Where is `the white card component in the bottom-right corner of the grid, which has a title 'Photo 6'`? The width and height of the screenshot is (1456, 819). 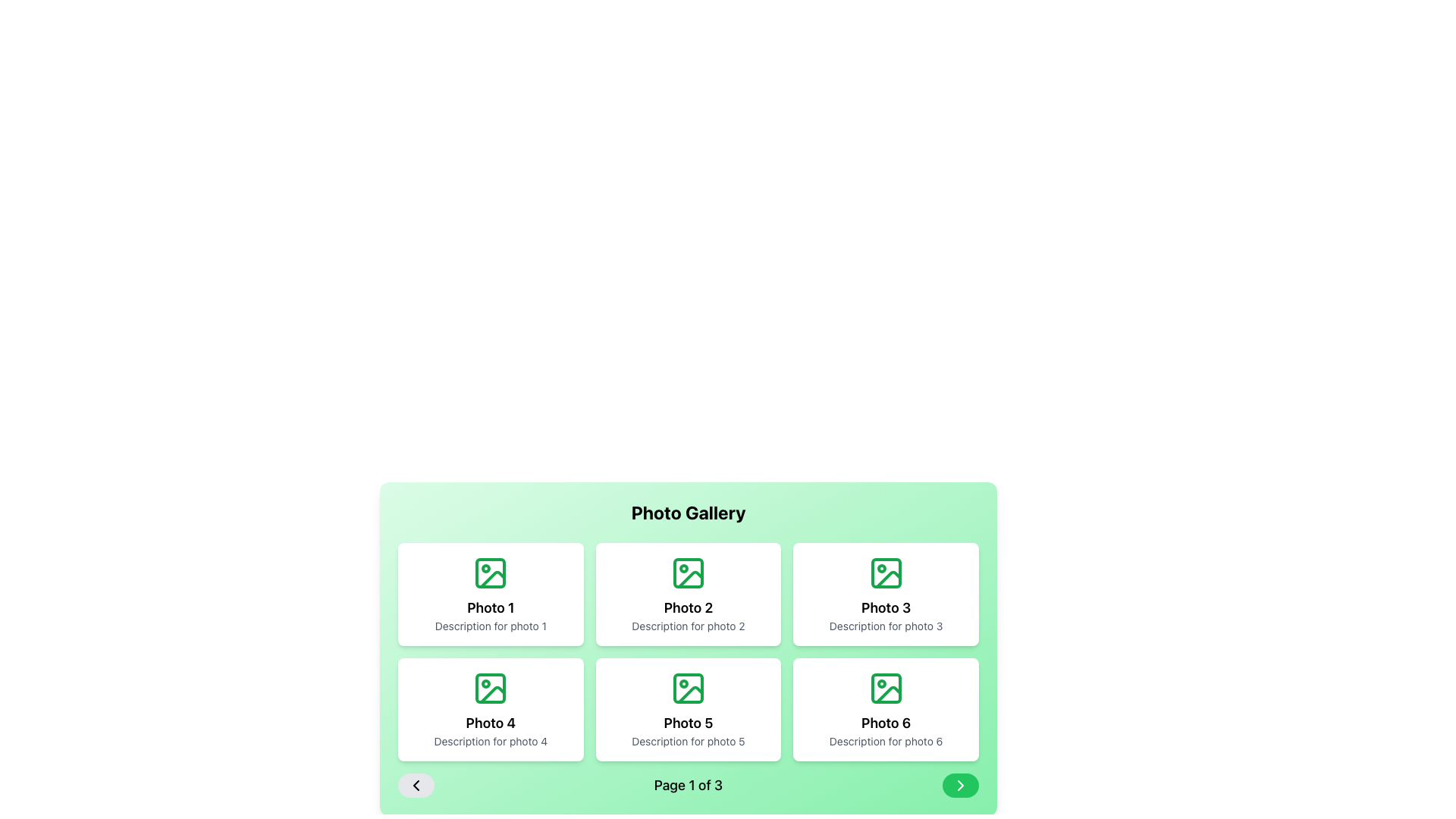
the white card component in the bottom-right corner of the grid, which has a title 'Photo 6' is located at coordinates (886, 710).